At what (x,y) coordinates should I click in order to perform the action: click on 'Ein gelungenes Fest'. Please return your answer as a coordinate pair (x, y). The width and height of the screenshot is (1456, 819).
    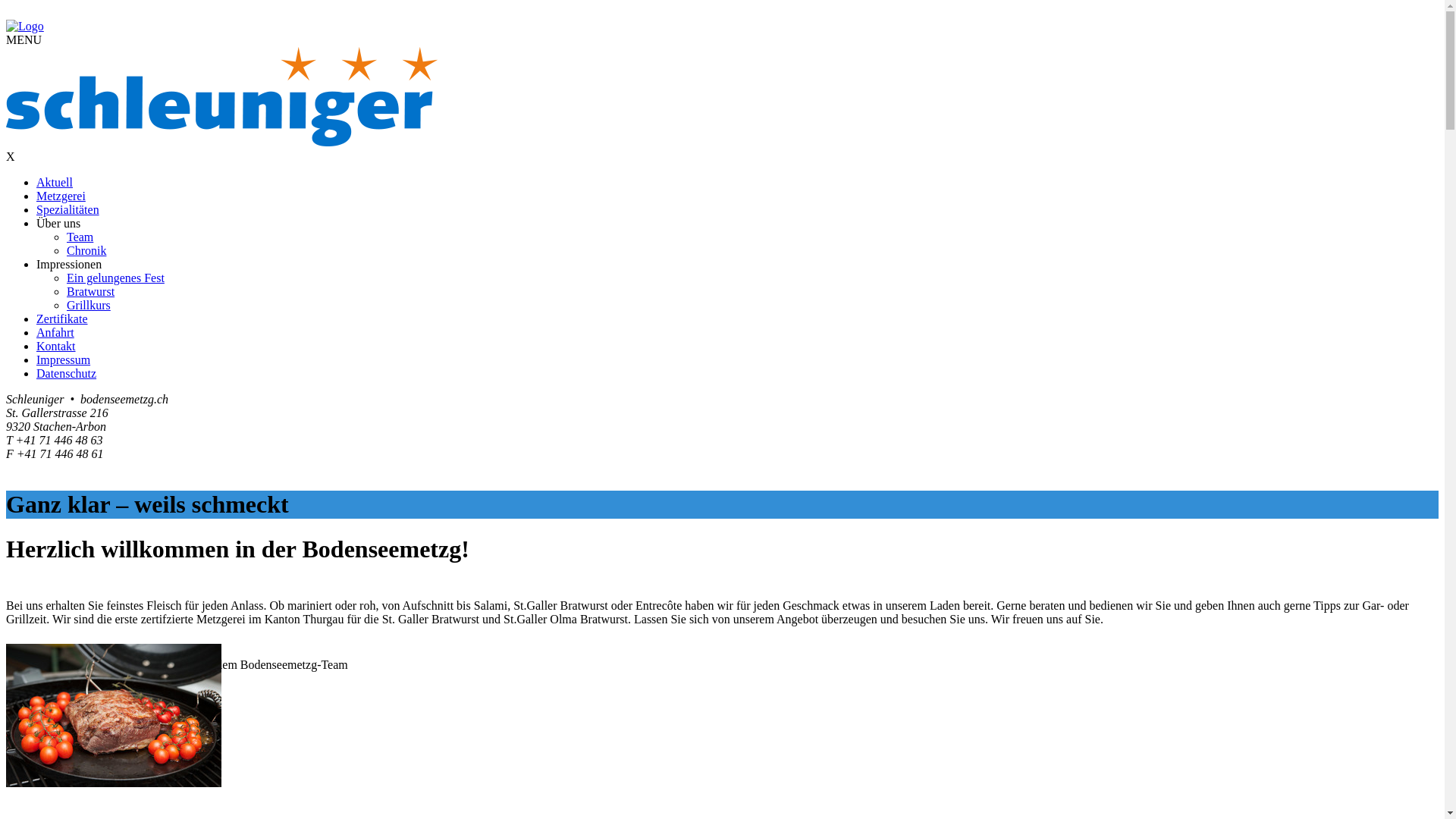
    Looking at the image, I should click on (115, 278).